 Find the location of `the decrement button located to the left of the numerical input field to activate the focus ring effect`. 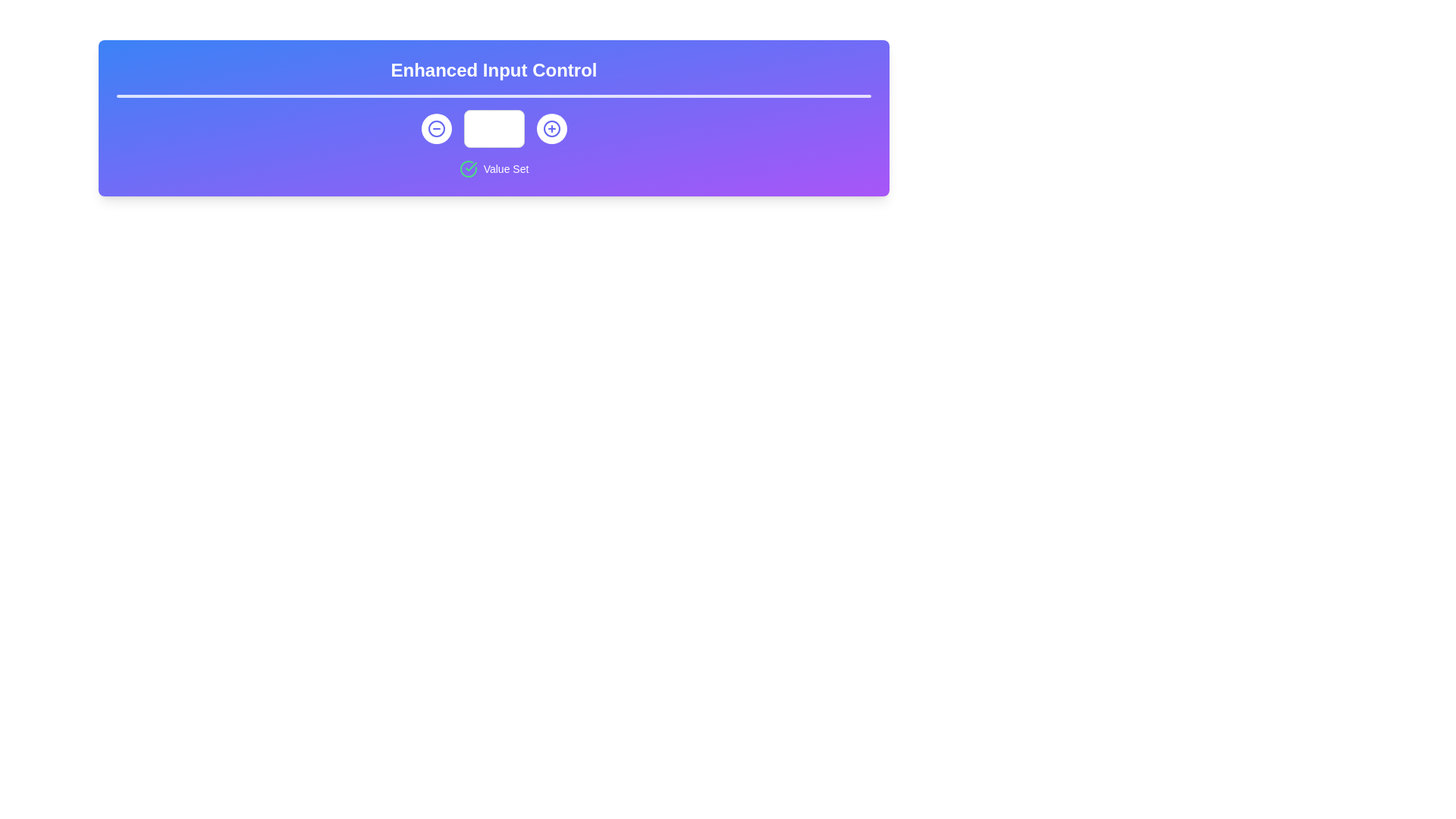

the decrement button located to the left of the numerical input field to activate the focus ring effect is located at coordinates (435, 127).